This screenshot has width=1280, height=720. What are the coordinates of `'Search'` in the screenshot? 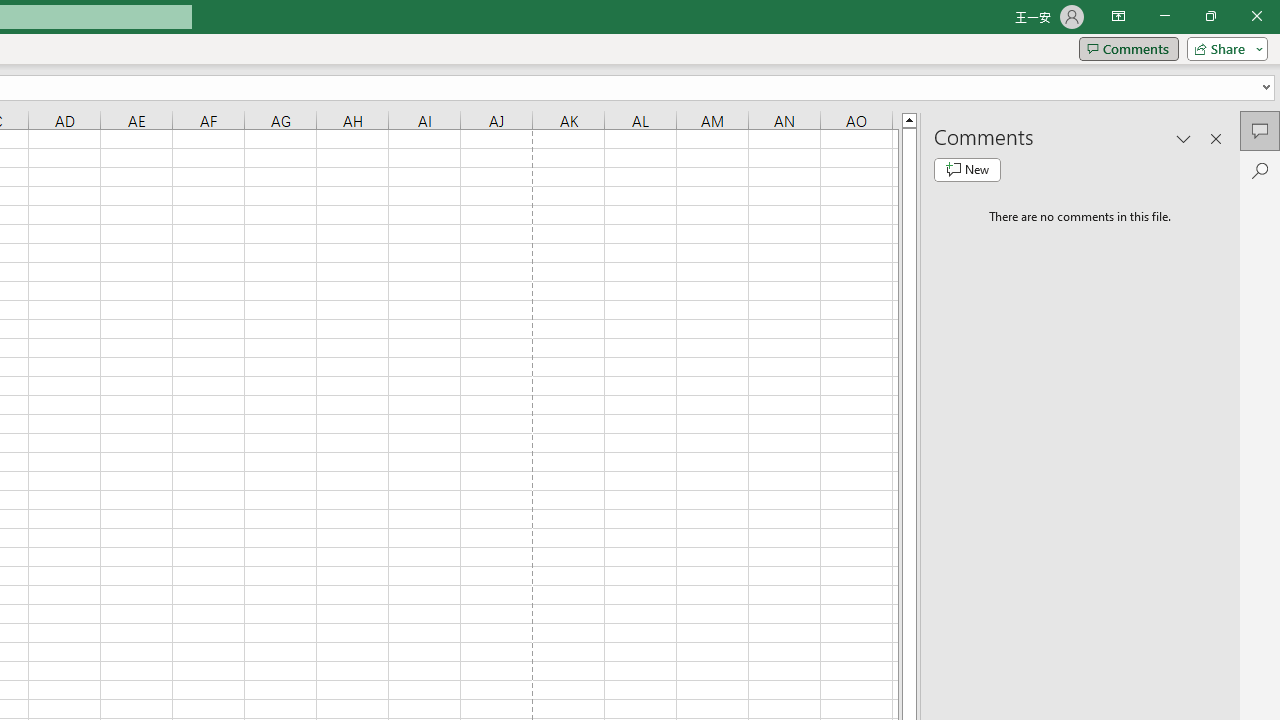 It's located at (1259, 170).